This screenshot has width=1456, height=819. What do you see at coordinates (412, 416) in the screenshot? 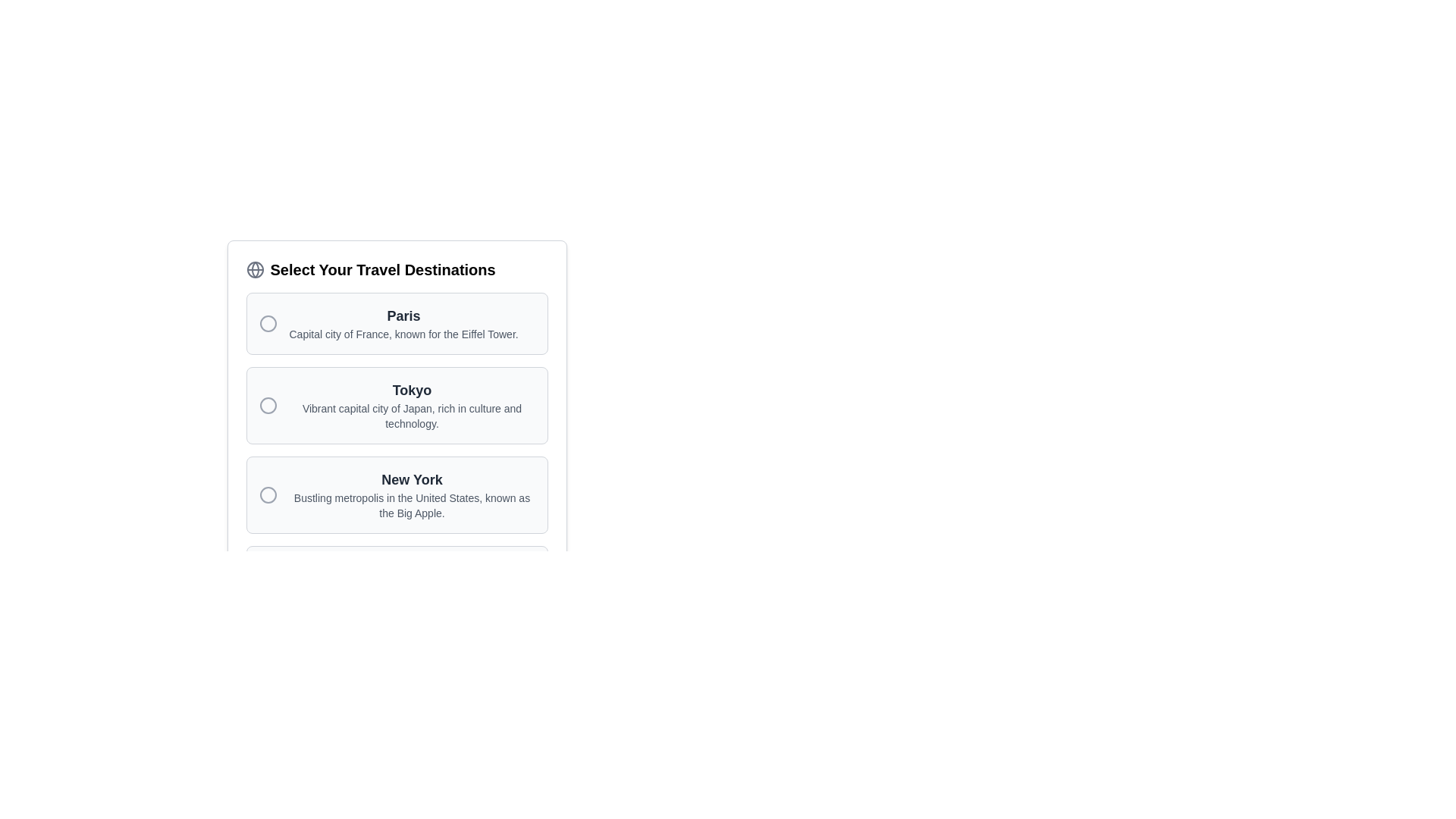
I see `the supporting text that reads 'Vibrant capital city of Japan, rich in culture and technology', located below 'Tokyo' in the 'Select Your Travel Destinations' section` at bounding box center [412, 416].